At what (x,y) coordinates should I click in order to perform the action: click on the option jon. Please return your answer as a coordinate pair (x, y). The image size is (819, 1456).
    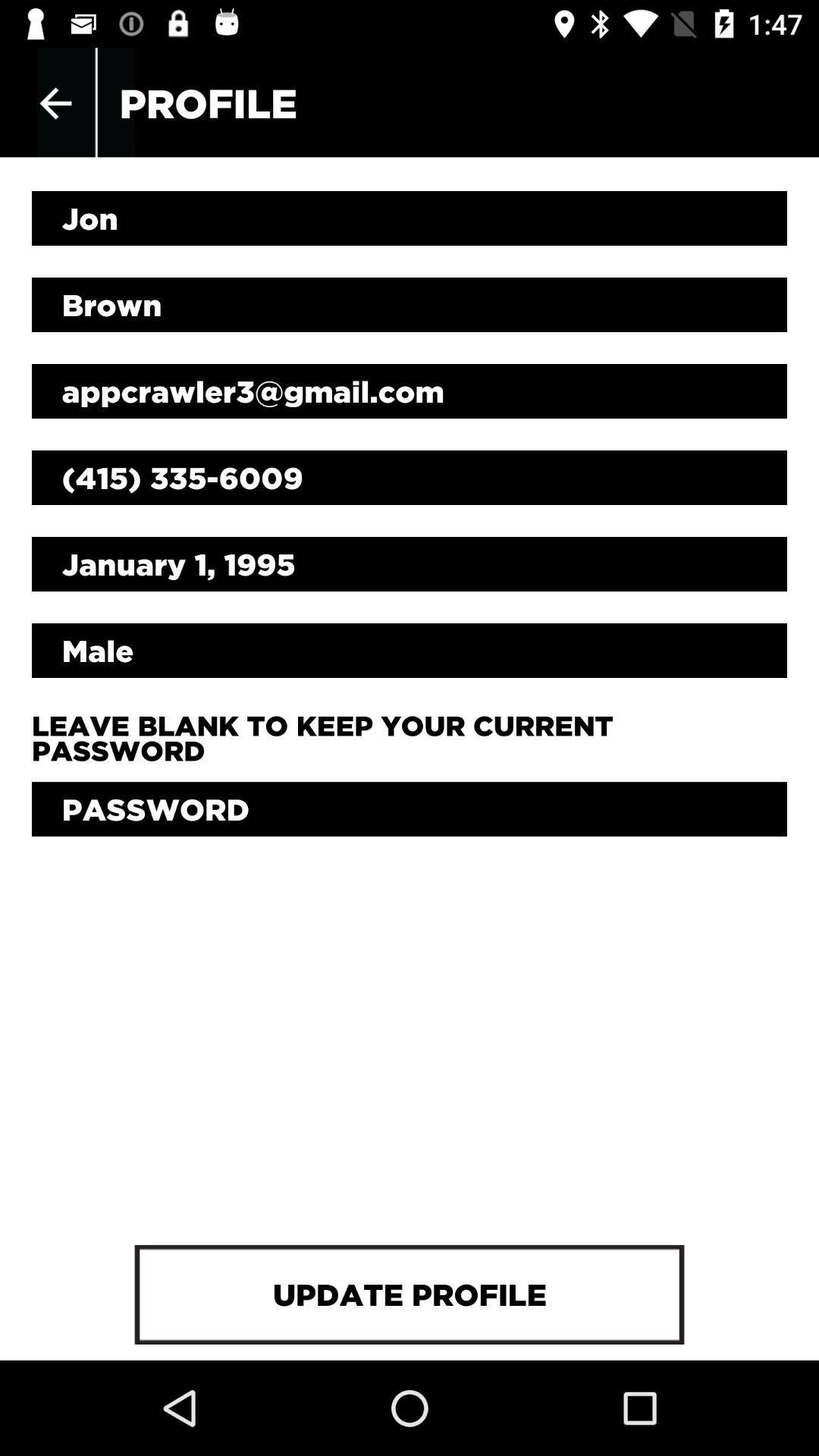
    Looking at the image, I should click on (409, 218).